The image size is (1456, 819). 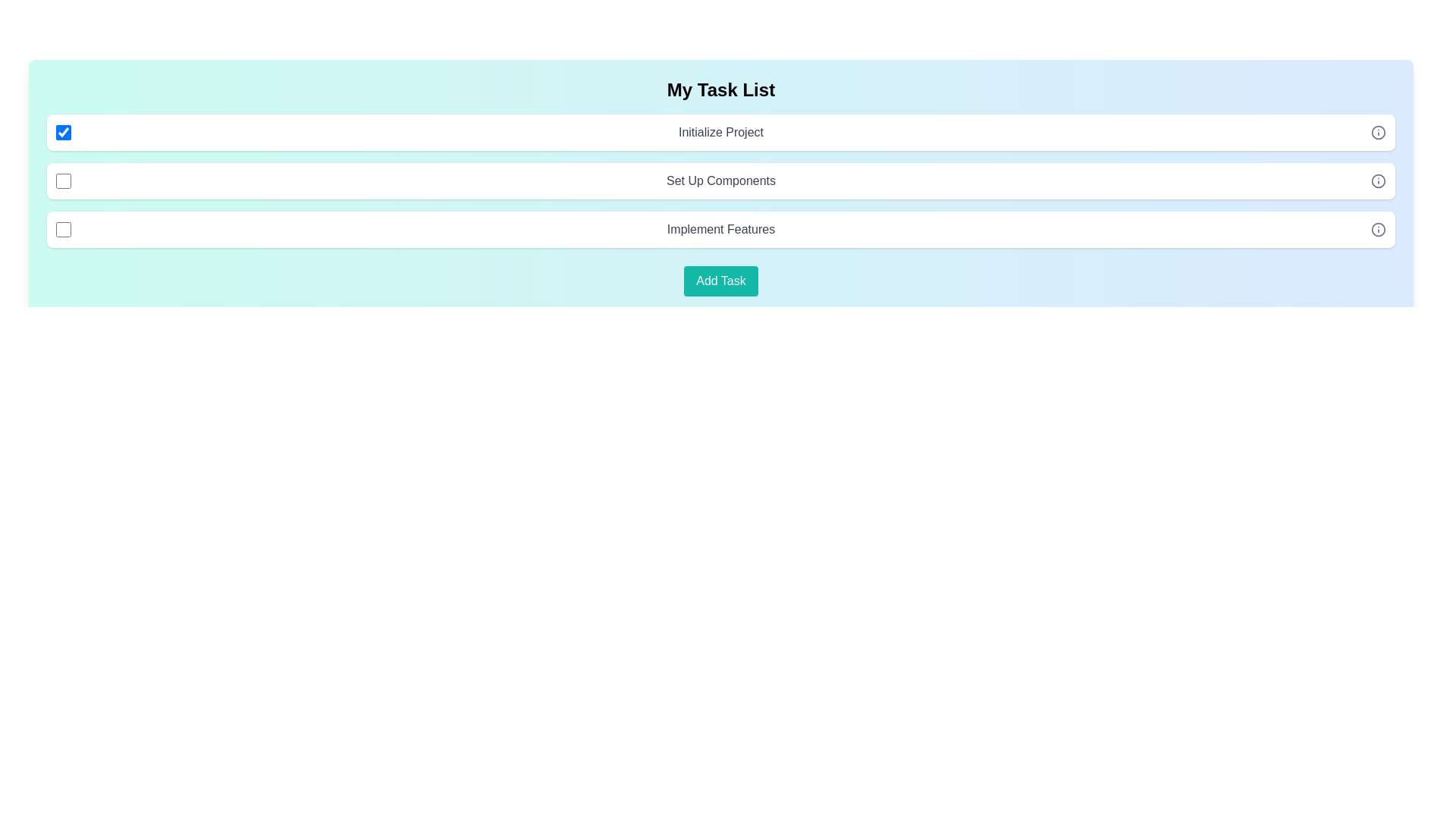 What do you see at coordinates (1379, 131) in the screenshot?
I see `information icon next to the task labeled 'Initialize Project'` at bounding box center [1379, 131].